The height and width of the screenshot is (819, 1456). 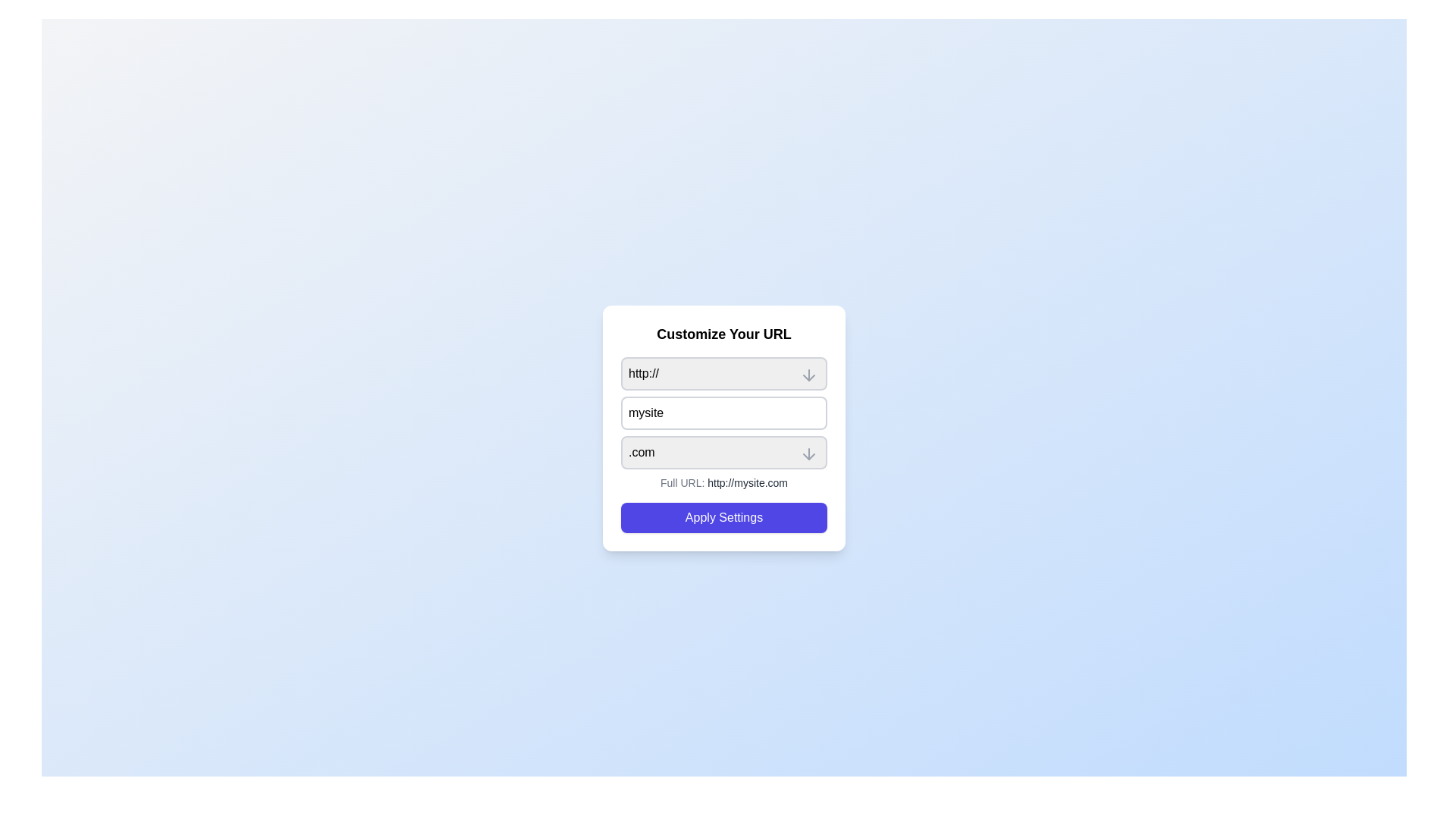 What do you see at coordinates (808, 453) in the screenshot?
I see `the icon located at the top-right corner of the dropdown input field for domain suffixes, which indicates and toggles the dropdown menu` at bounding box center [808, 453].